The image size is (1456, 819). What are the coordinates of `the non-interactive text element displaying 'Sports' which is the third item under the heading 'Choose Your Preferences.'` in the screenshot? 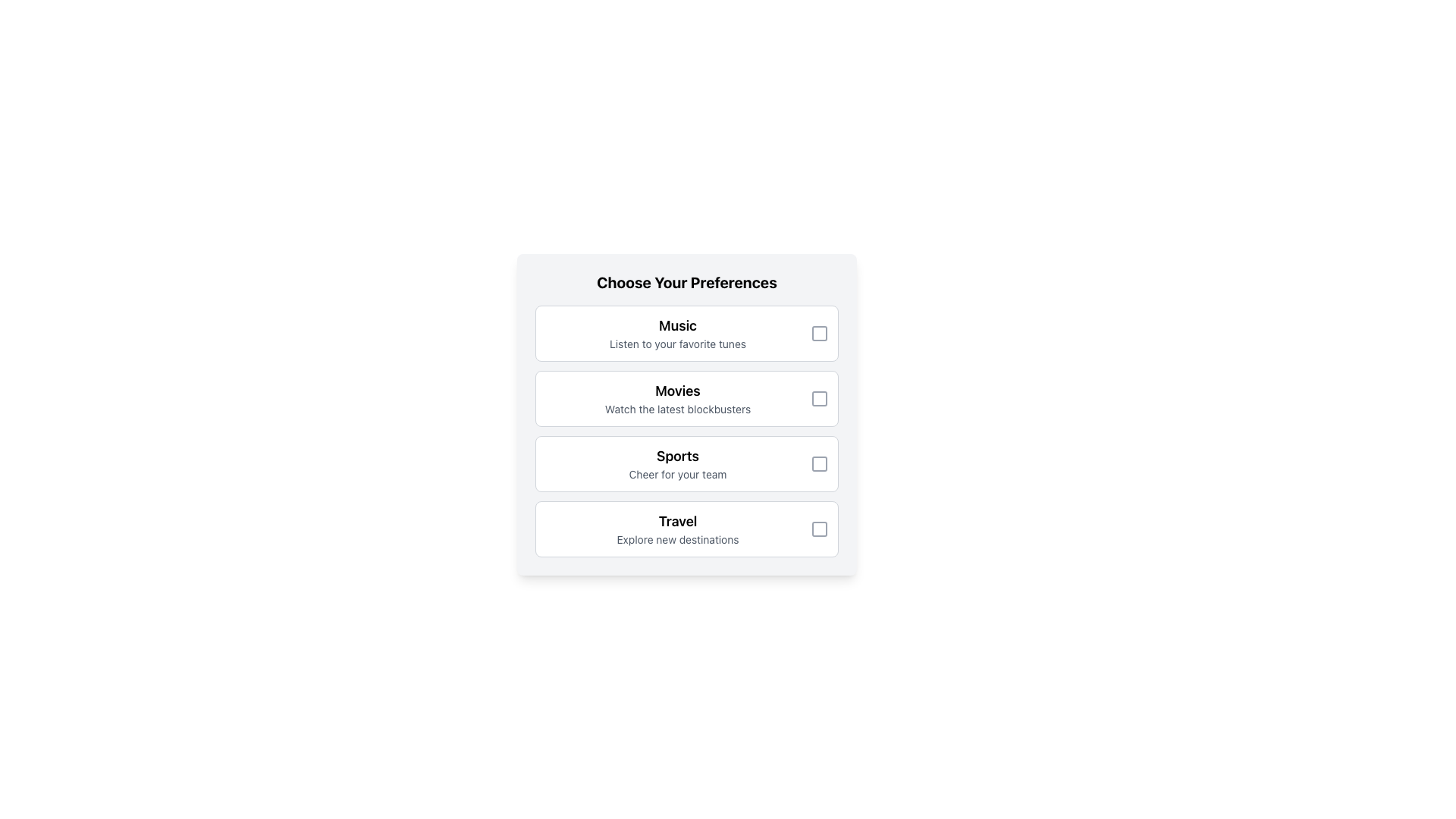 It's located at (676, 455).